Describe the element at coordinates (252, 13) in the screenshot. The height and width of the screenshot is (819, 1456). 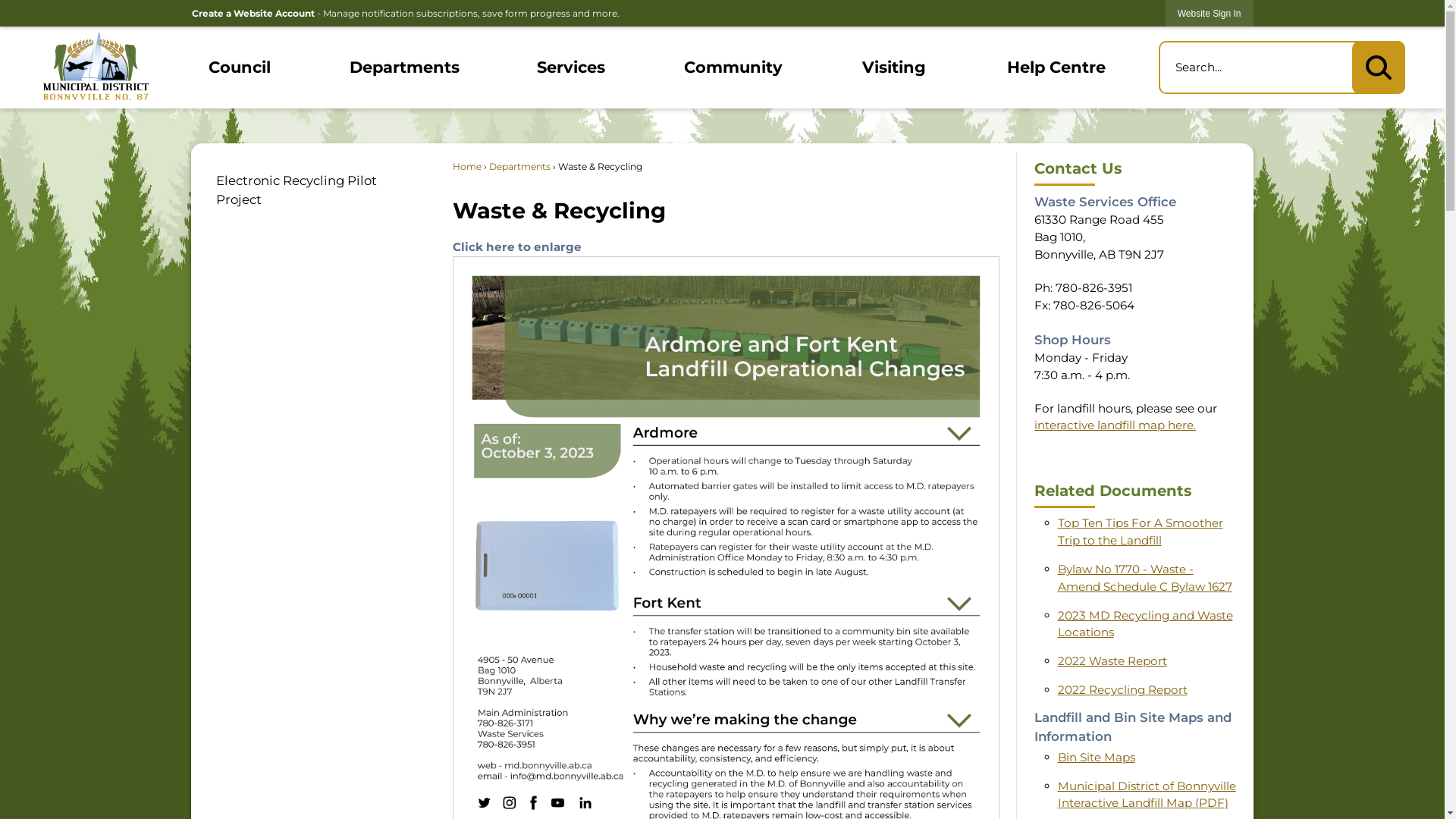
I see `'Create a Website Account'` at that location.